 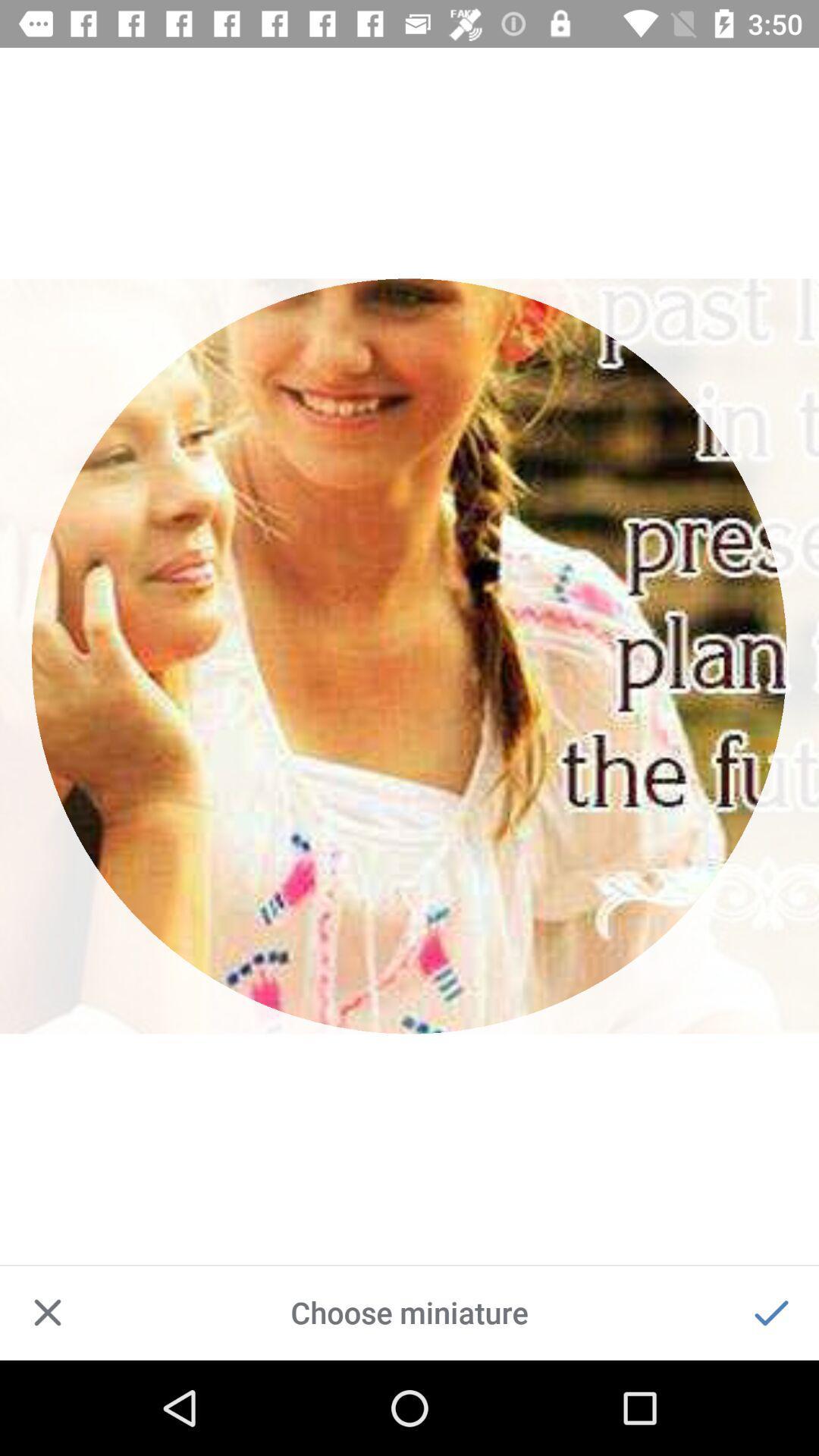 What do you see at coordinates (771, 1312) in the screenshot?
I see `the check icon` at bounding box center [771, 1312].